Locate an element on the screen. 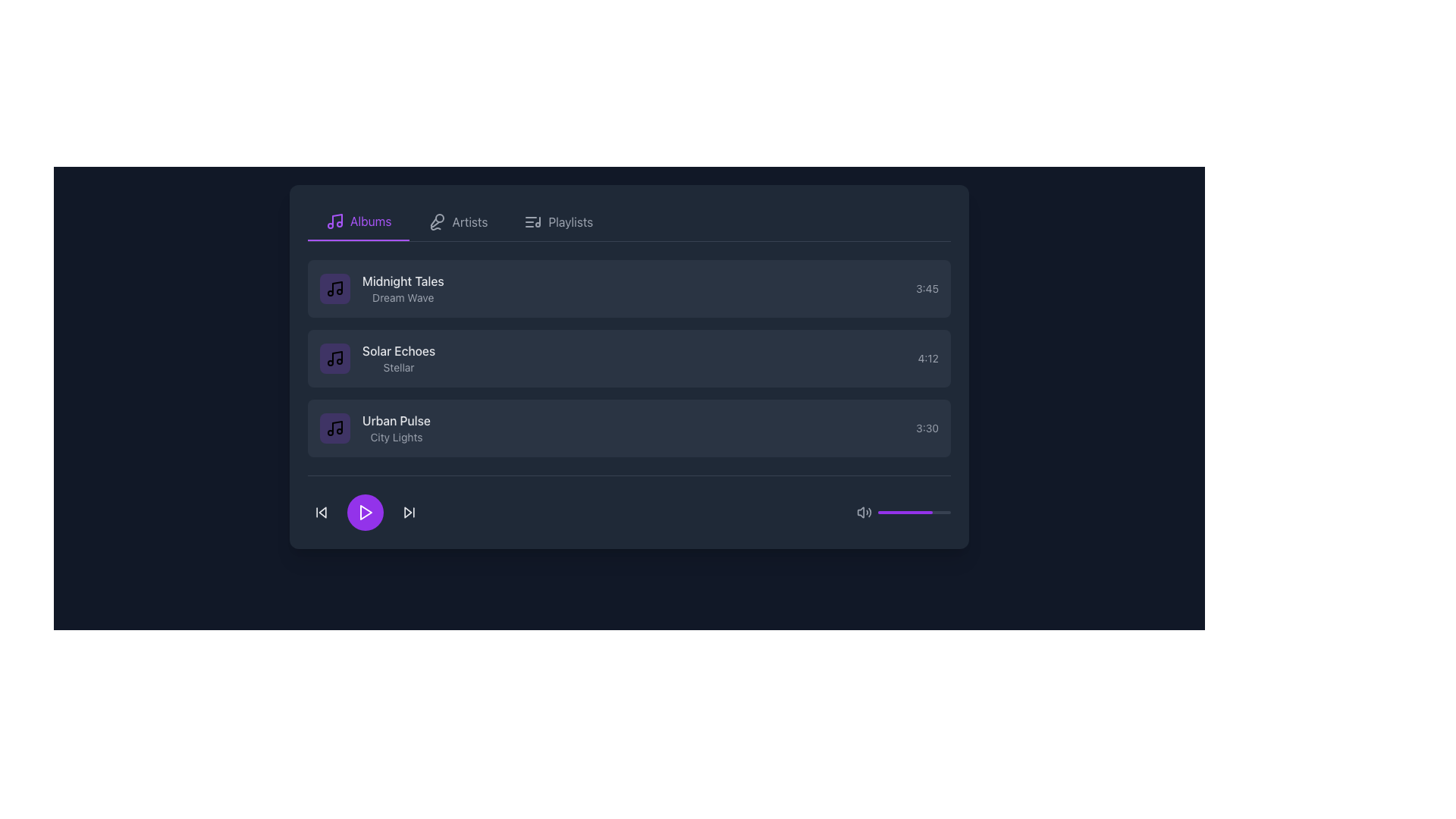  the music note icon with a purple outline located in the third row of the menu next to 'Urban Pulse' and 'City Lights' is located at coordinates (334, 428).